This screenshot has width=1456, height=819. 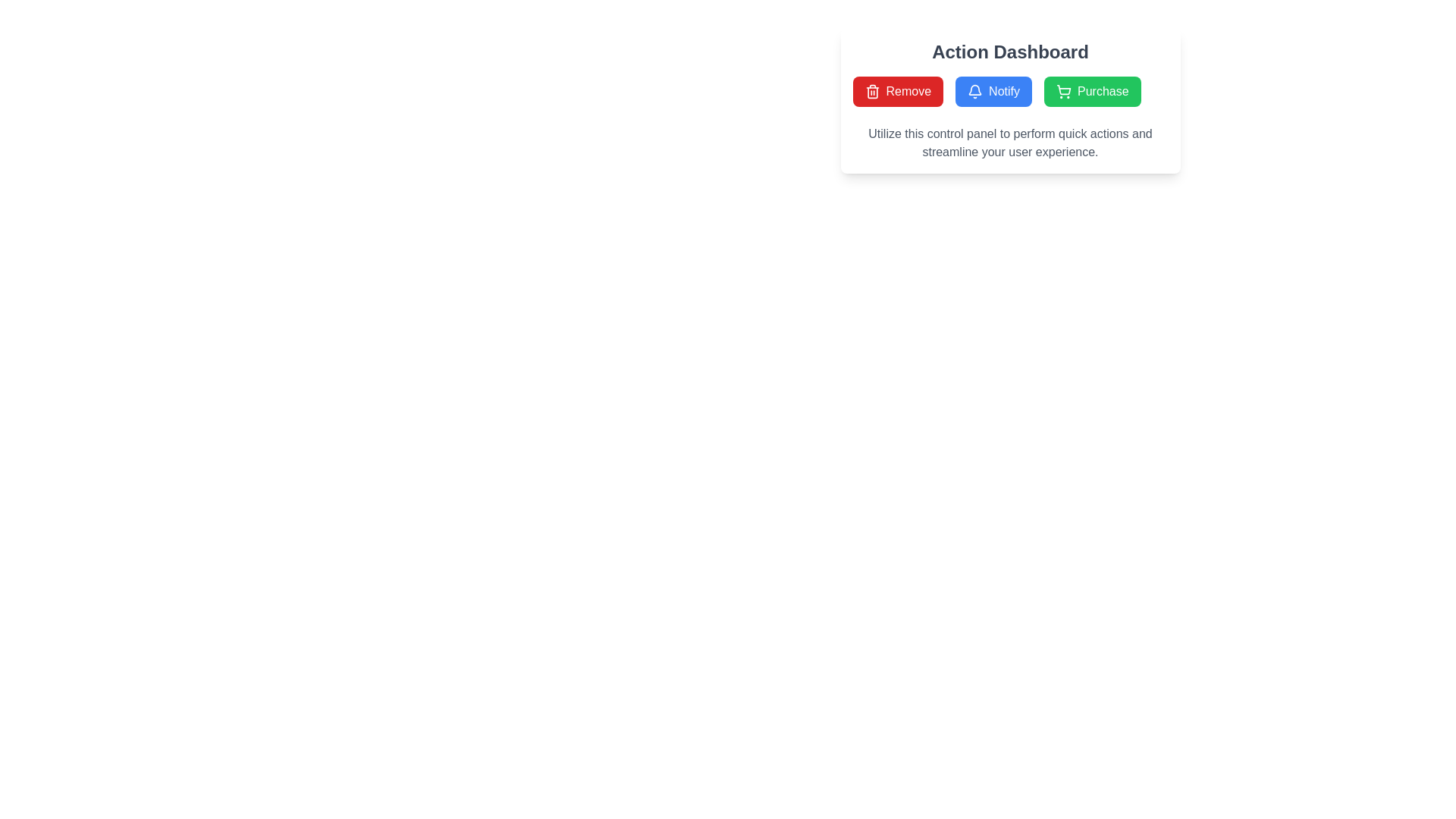 I want to click on the bell-shaped notification icon in the 'Action Dashboard' control panel to use it as a visual cue, so click(x=975, y=89).